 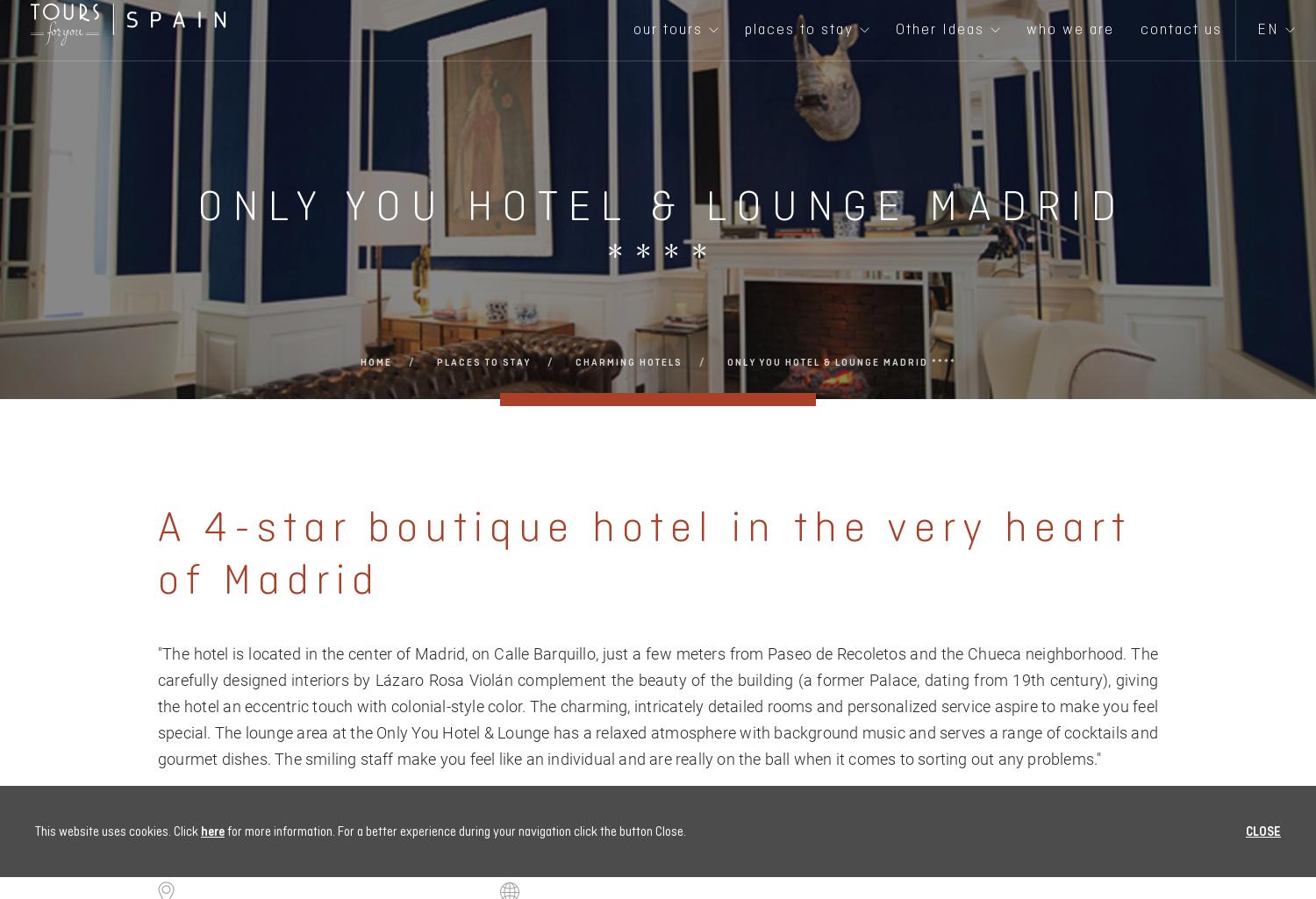 What do you see at coordinates (211, 831) in the screenshot?
I see `'here'` at bounding box center [211, 831].